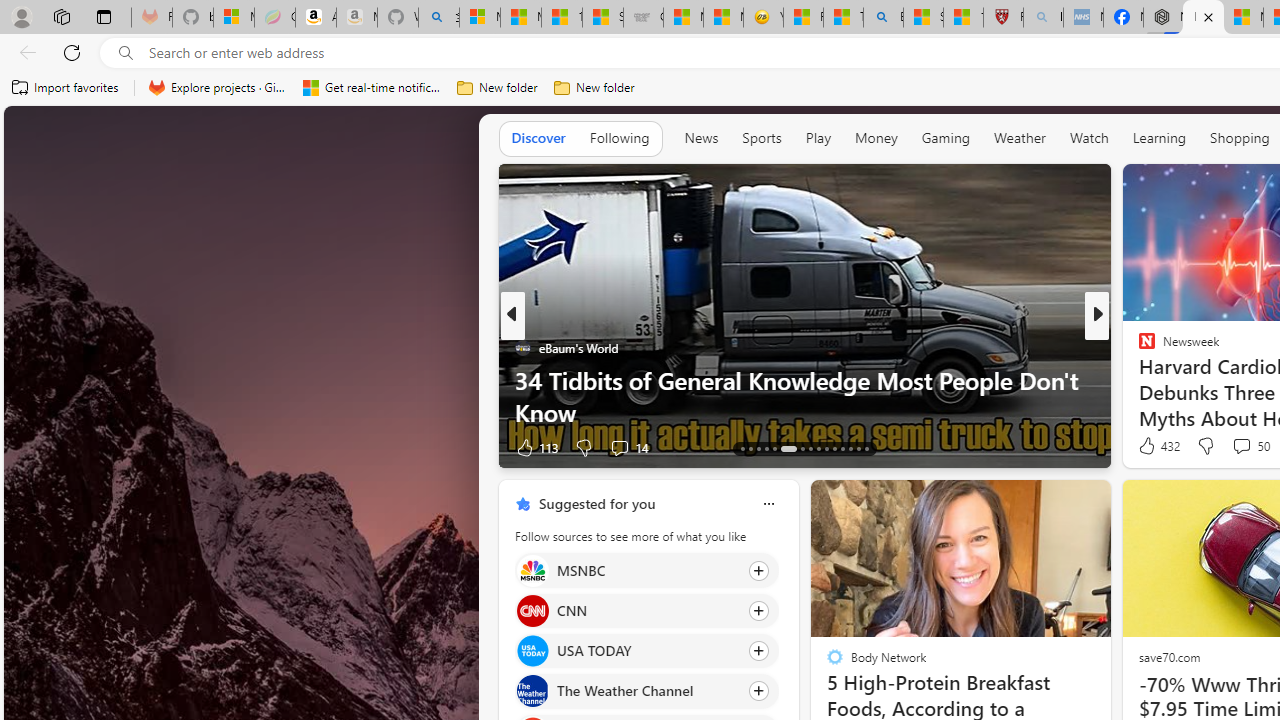 The height and width of the screenshot is (720, 1280). I want to click on '22 Like', so click(1149, 446).